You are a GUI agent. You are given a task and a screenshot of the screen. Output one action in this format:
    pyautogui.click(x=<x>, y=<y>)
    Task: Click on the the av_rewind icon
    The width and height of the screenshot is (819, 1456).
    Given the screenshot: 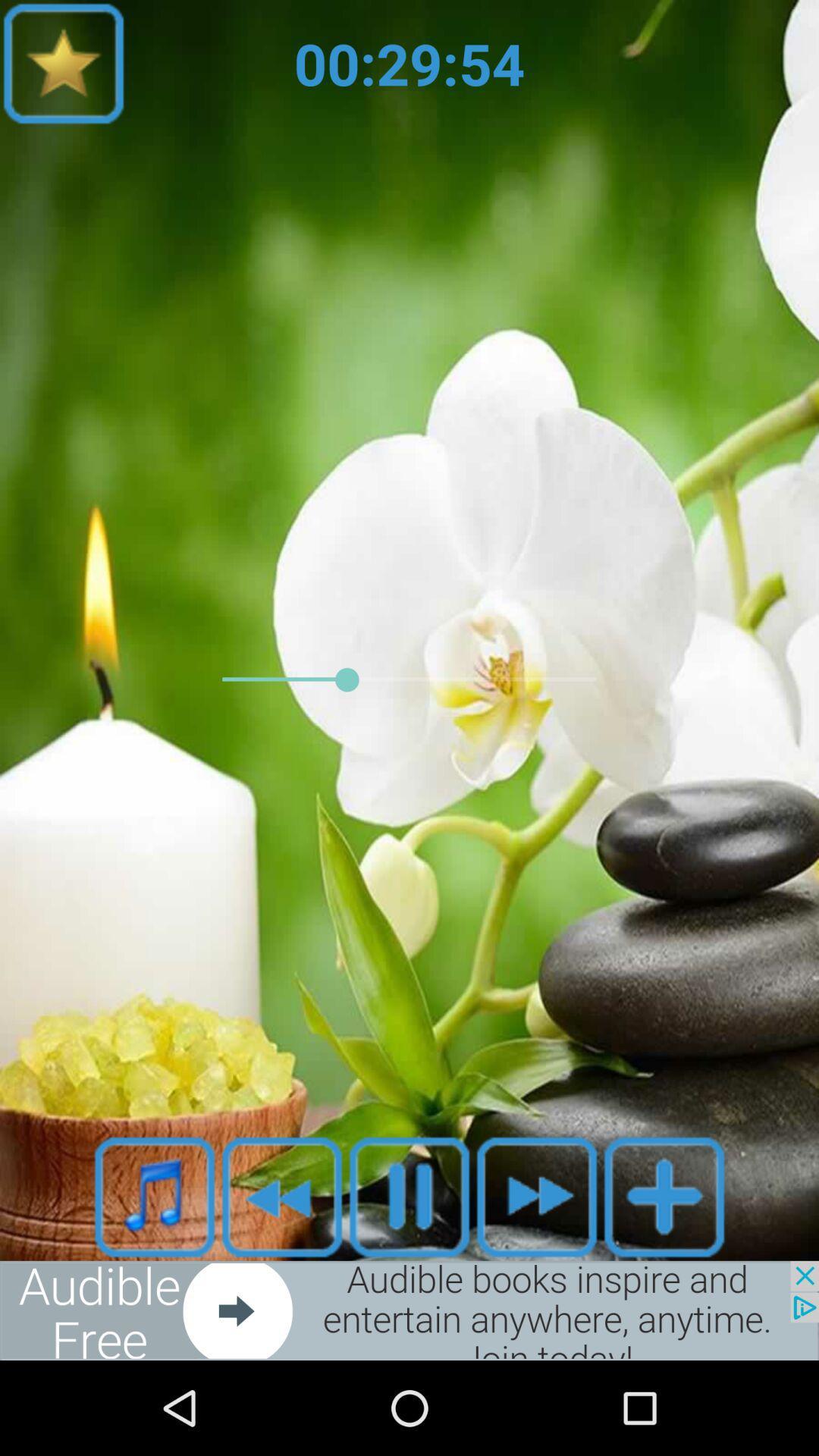 What is the action you would take?
    pyautogui.click(x=281, y=1196)
    